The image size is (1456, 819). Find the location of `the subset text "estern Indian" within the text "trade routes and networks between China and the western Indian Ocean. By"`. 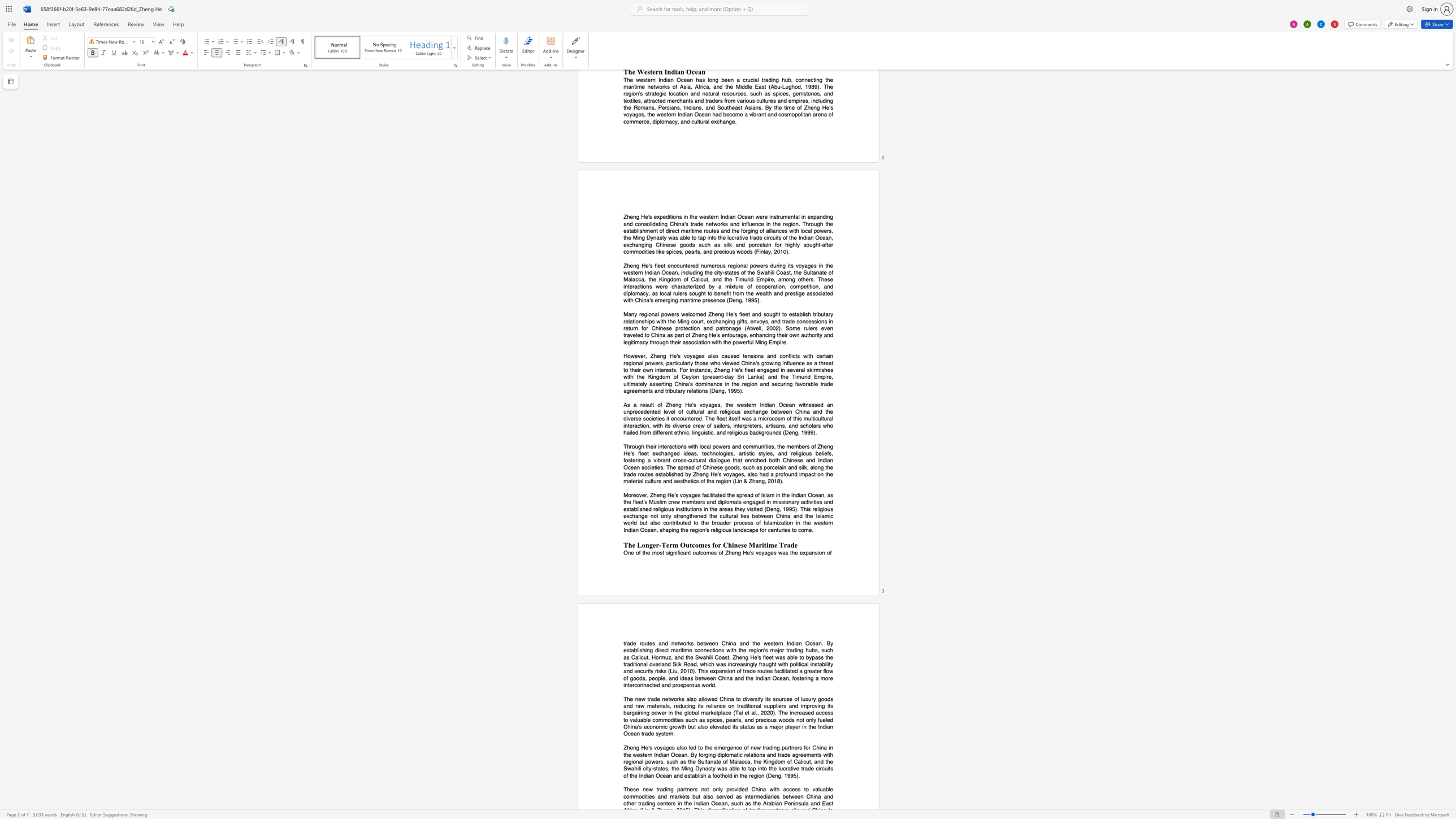

the subset text "estern Indian" within the text "trade routes and networks between China and the western Indian Ocean. By" is located at coordinates (767, 643).